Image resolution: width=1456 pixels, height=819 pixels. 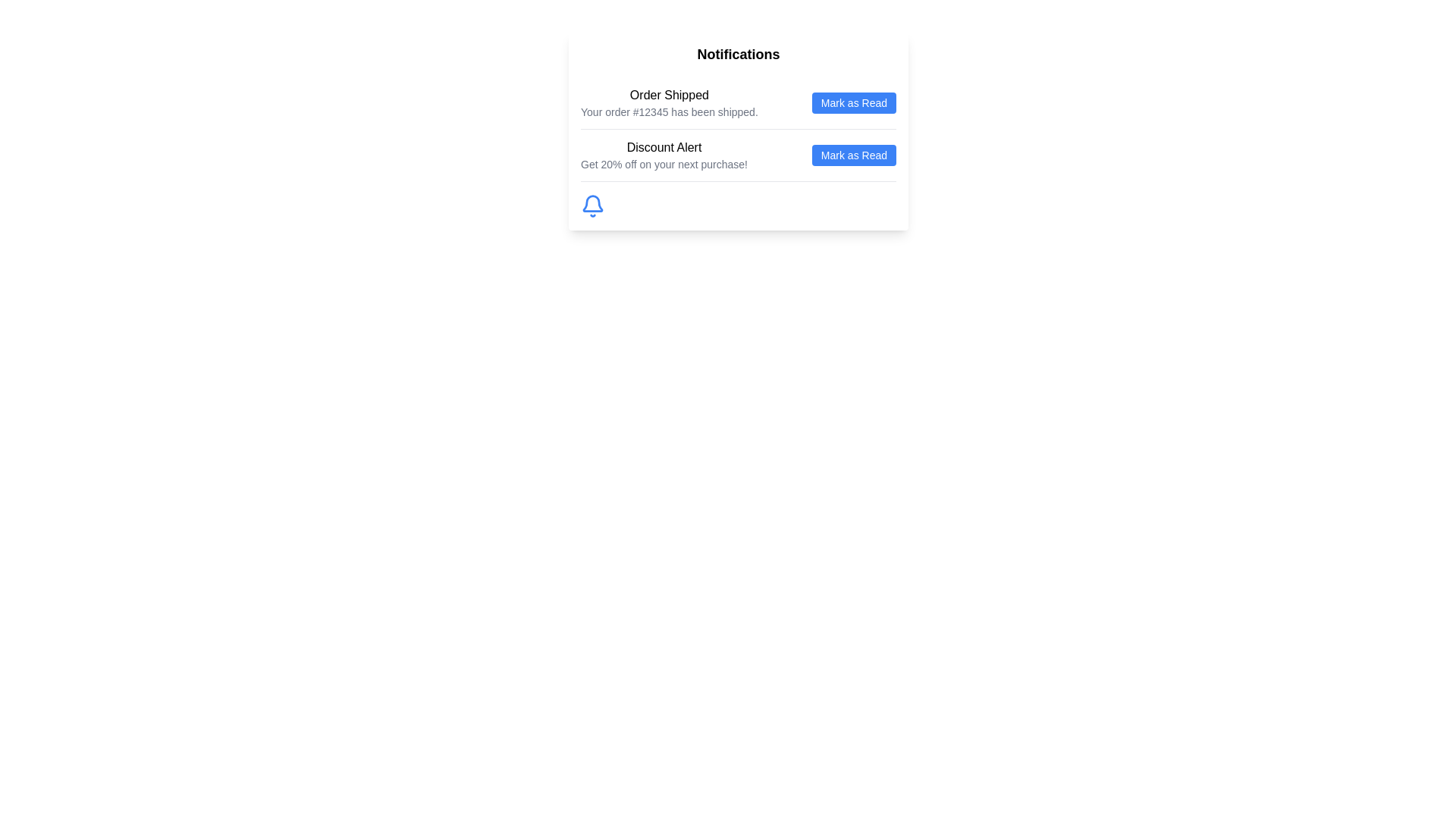 What do you see at coordinates (592, 206) in the screenshot?
I see `the notification icon located below the 'Discount Alert' text in the notification interface` at bounding box center [592, 206].